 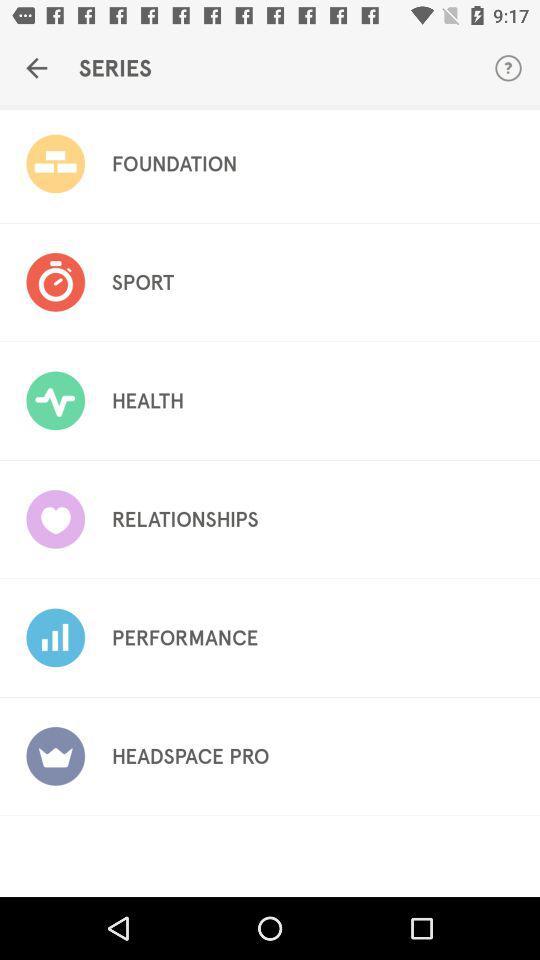 What do you see at coordinates (185, 637) in the screenshot?
I see `the icon below relationships icon` at bounding box center [185, 637].